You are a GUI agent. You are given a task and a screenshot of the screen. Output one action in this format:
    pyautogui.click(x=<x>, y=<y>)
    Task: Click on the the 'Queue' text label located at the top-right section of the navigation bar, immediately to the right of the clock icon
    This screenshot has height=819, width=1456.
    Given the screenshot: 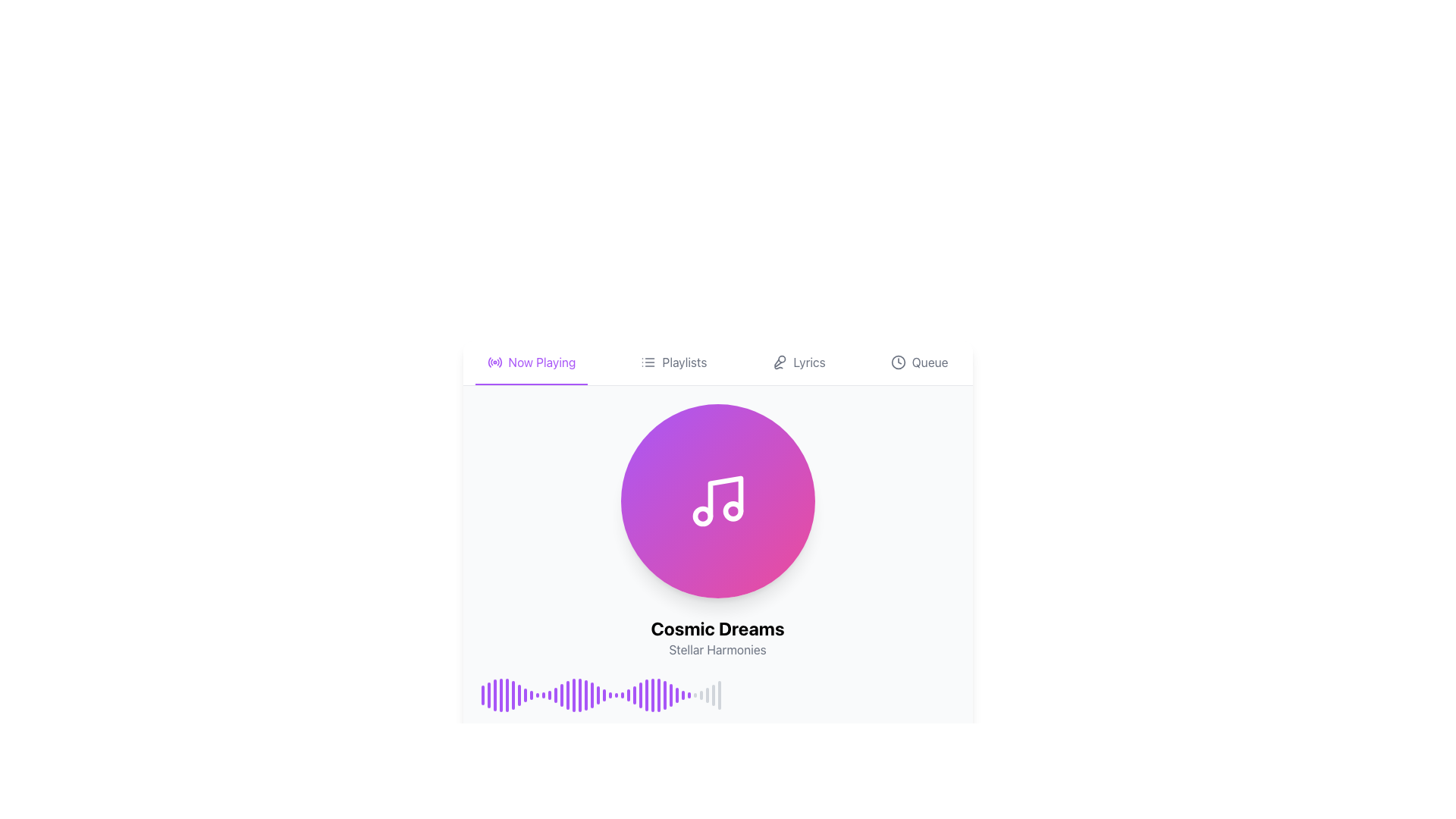 What is the action you would take?
    pyautogui.click(x=929, y=362)
    